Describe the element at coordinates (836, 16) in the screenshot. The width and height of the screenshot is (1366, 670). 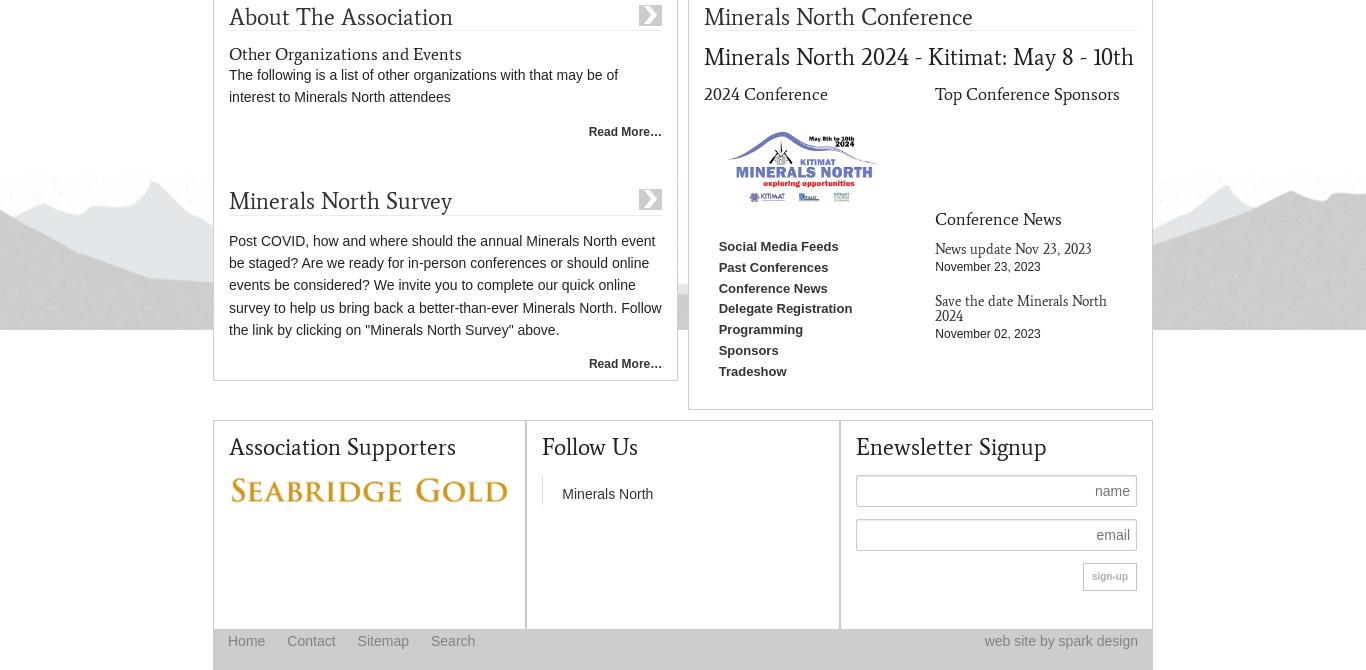
I see `'Minerals North Conference'` at that location.